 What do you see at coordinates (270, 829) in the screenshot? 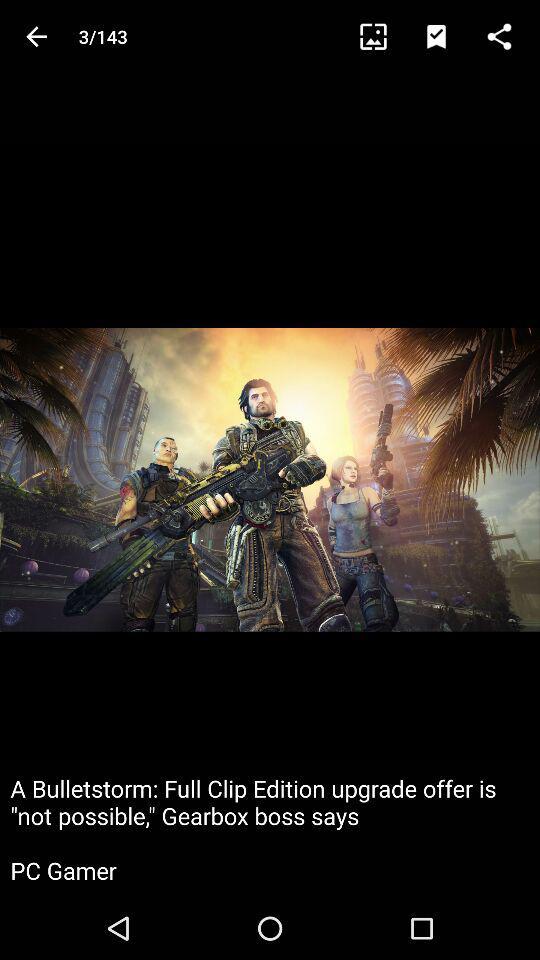
I see `a bulletstorm full item` at bounding box center [270, 829].